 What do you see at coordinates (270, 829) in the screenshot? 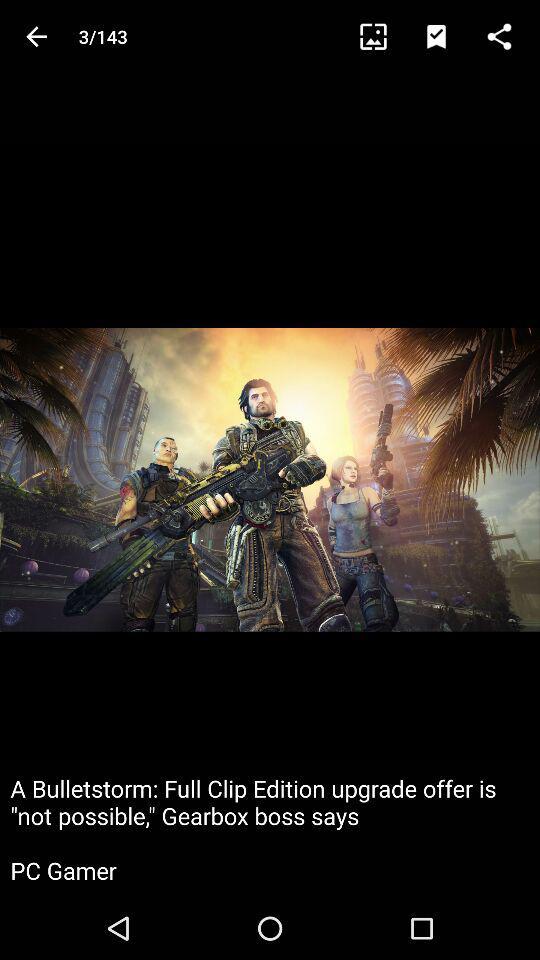
I see `a bulletstorm full item` at bounding box center [270, 829].